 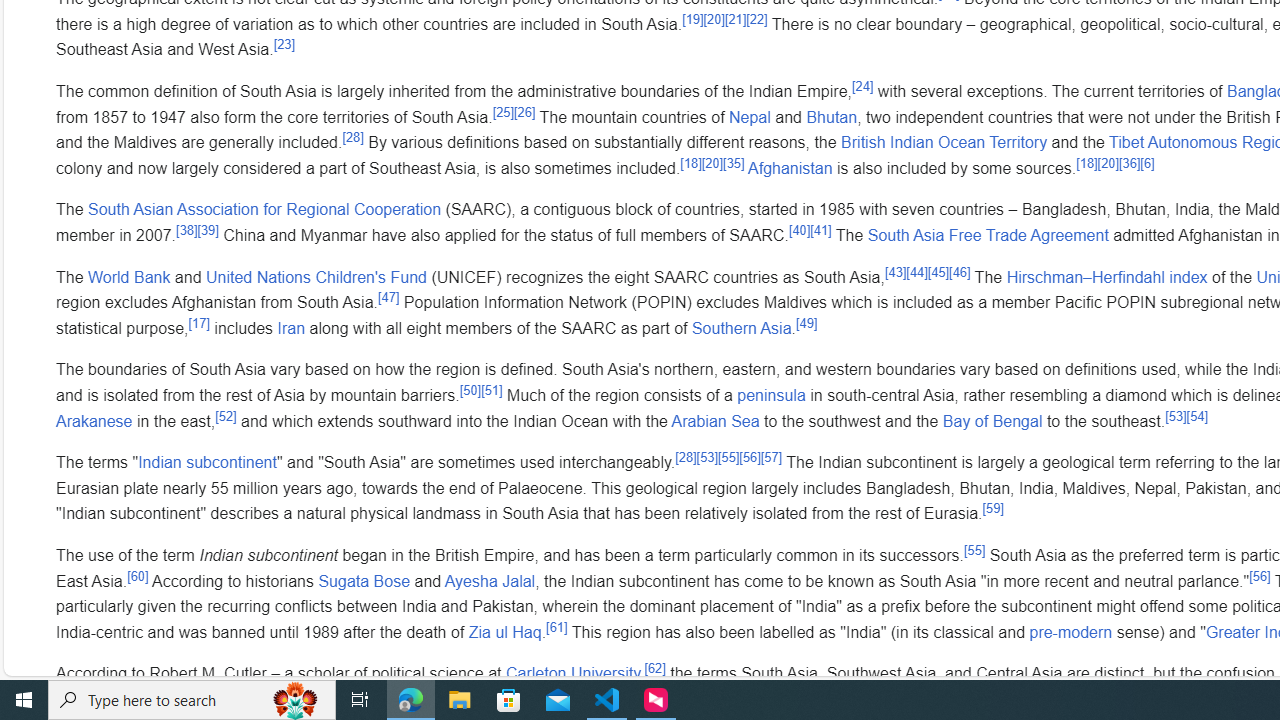 I want to click on '[57]', so click(x=770, y=457).